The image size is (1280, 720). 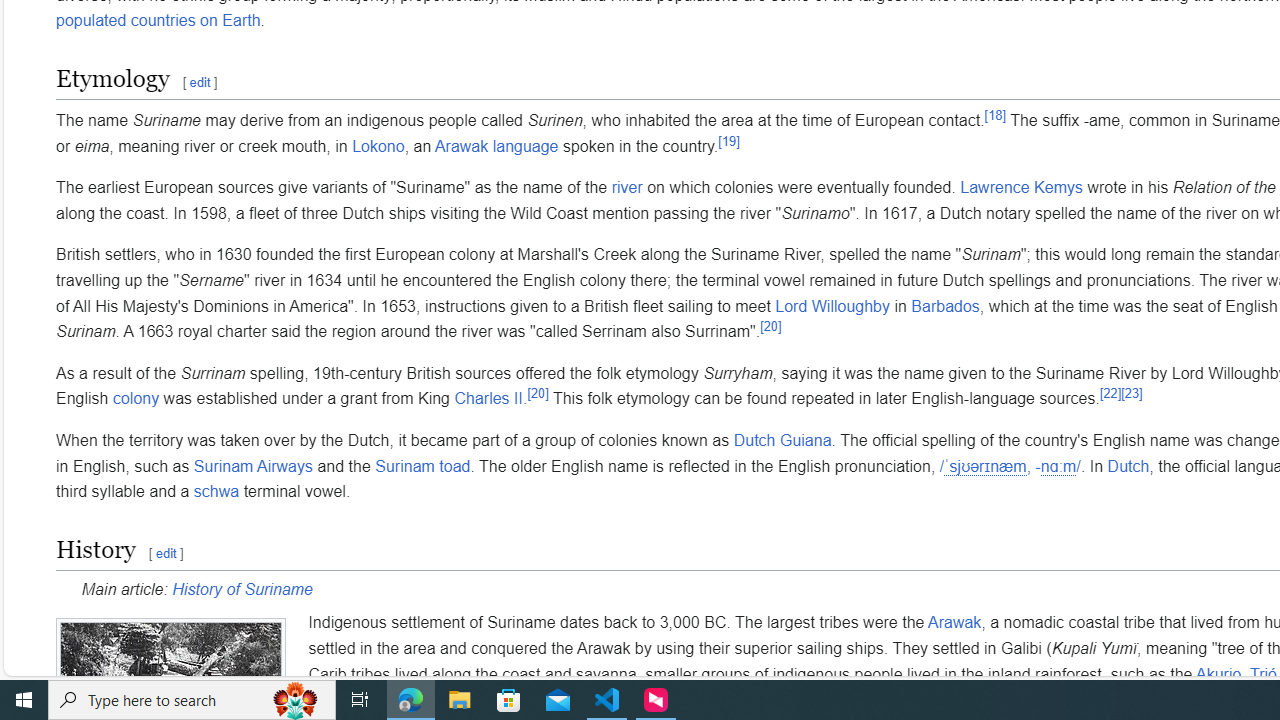 I want to click on 'schwa', so click(x=216, y=492).